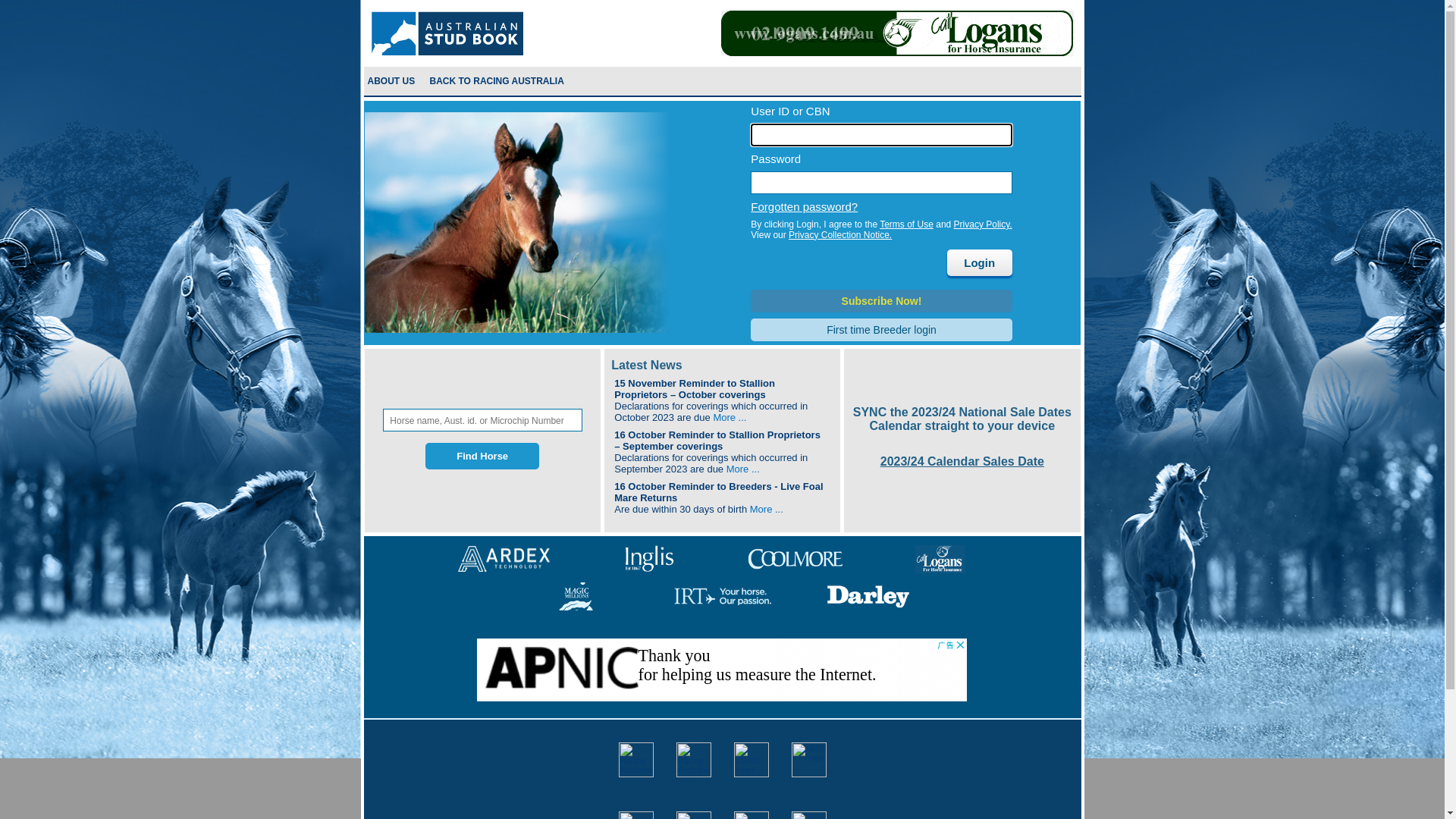  I want to click on 'Subscribe Now!', so click(880, 301).